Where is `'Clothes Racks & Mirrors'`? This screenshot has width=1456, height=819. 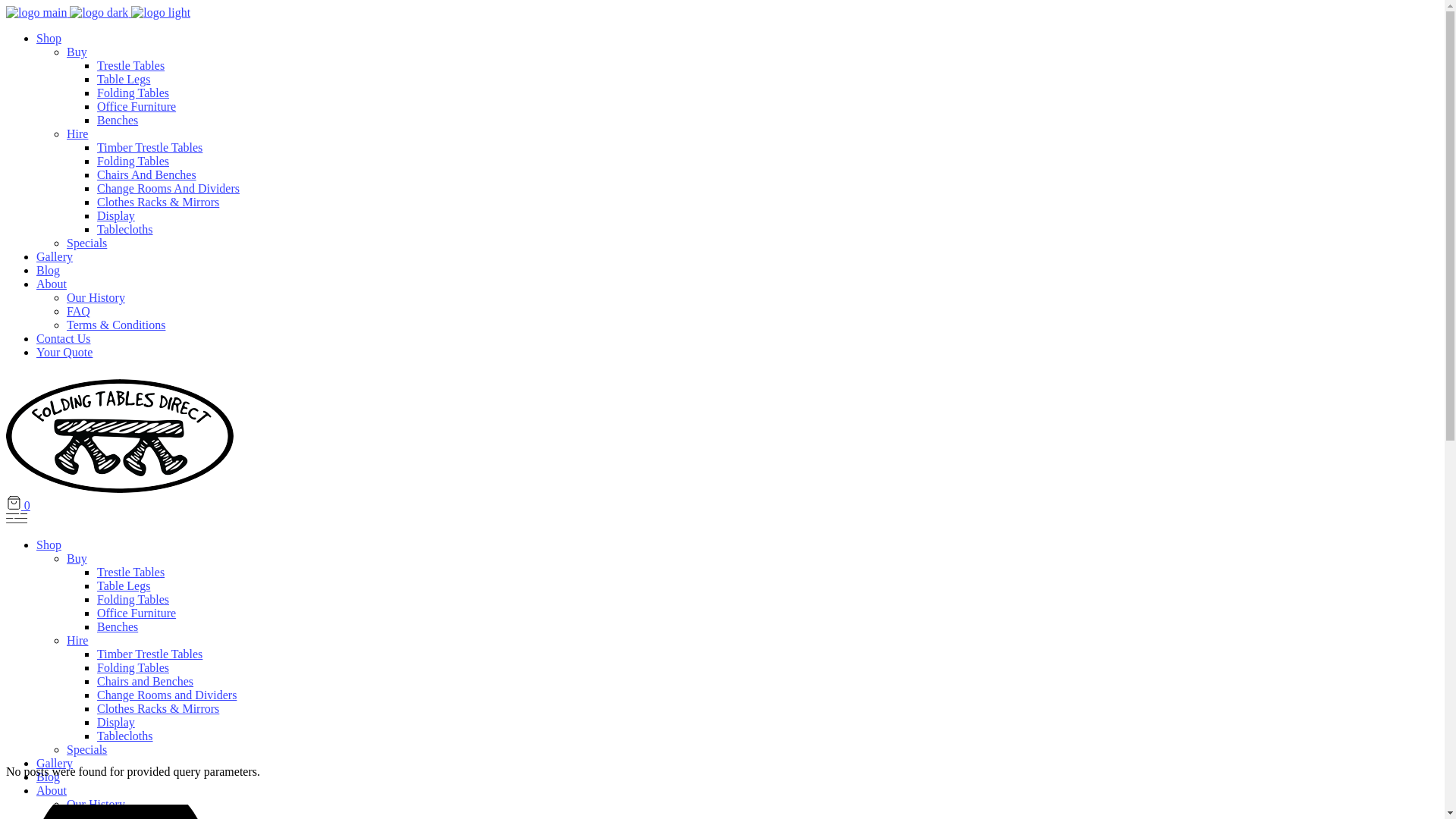 'Clothes Racks & Mirrors' is located at coordinates (158, 708).